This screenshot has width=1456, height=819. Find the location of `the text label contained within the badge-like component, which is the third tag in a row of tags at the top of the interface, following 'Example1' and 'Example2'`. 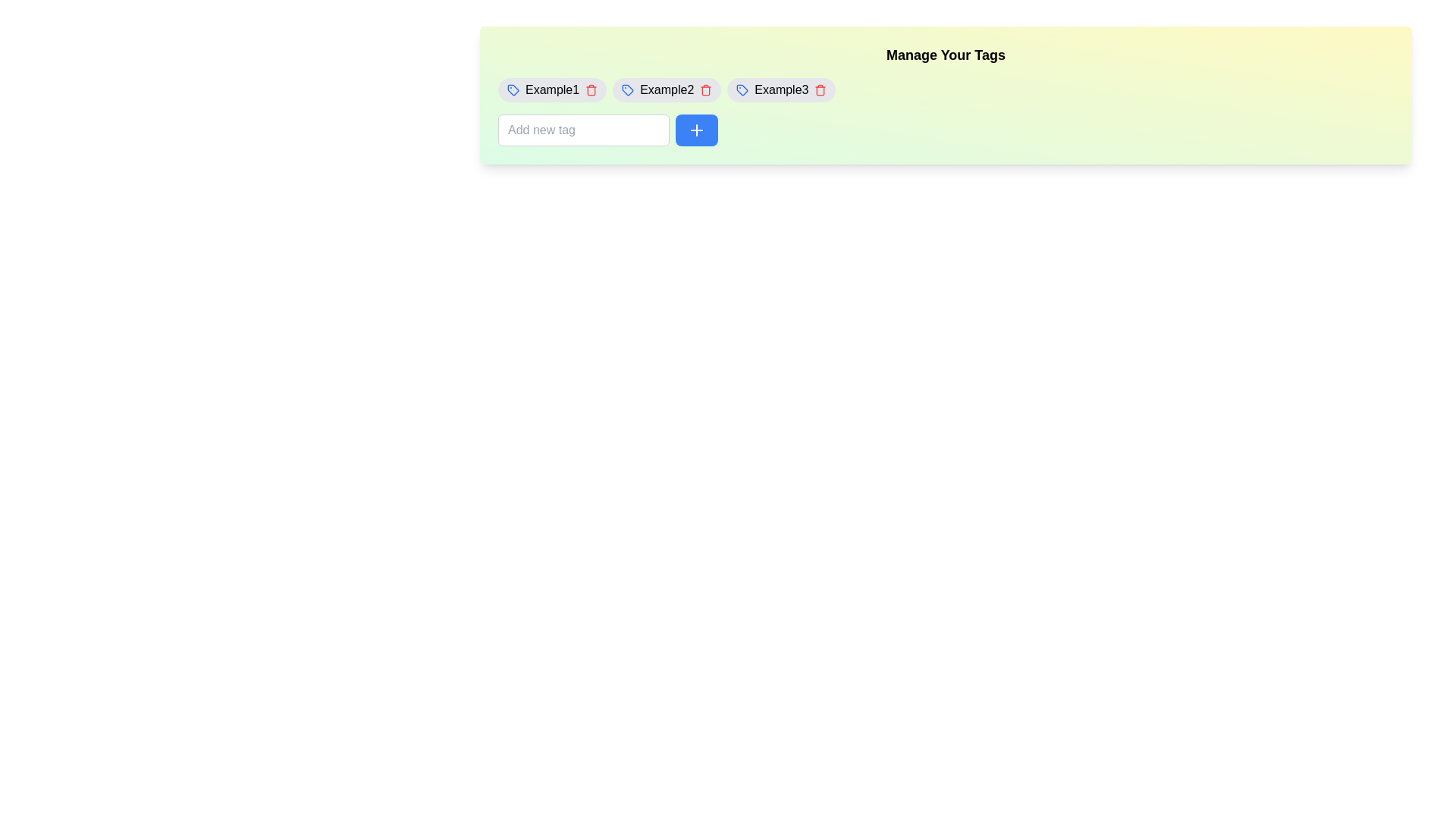

the text label contained within the badge-like component, which is the third tag in a row of tags at the top of the interface, following 'Example1' and 'Example2' is located at coordinates (781, 90).